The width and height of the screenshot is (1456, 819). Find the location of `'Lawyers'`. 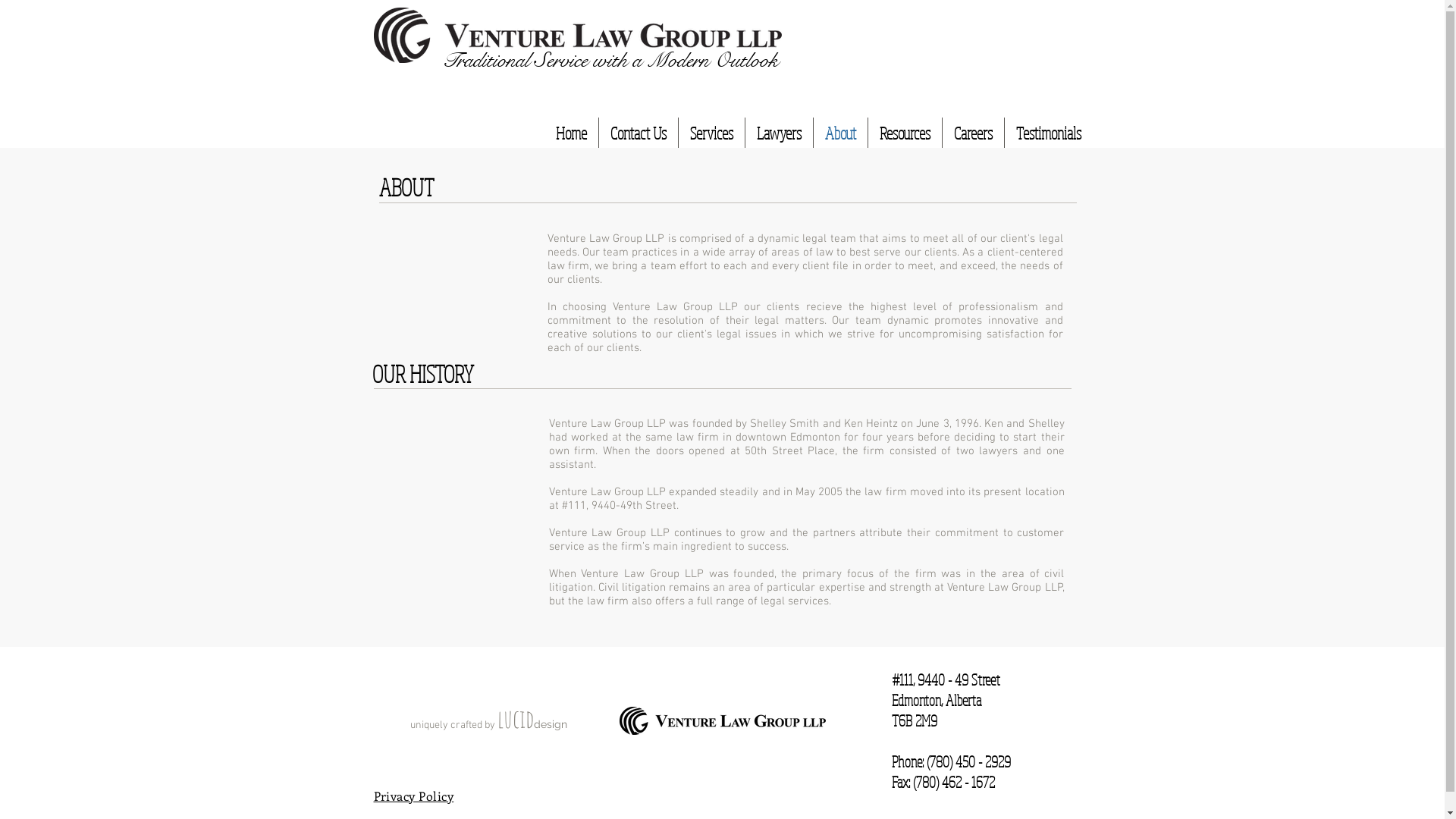

'Lawyers' is located at coordinates (745, 131).